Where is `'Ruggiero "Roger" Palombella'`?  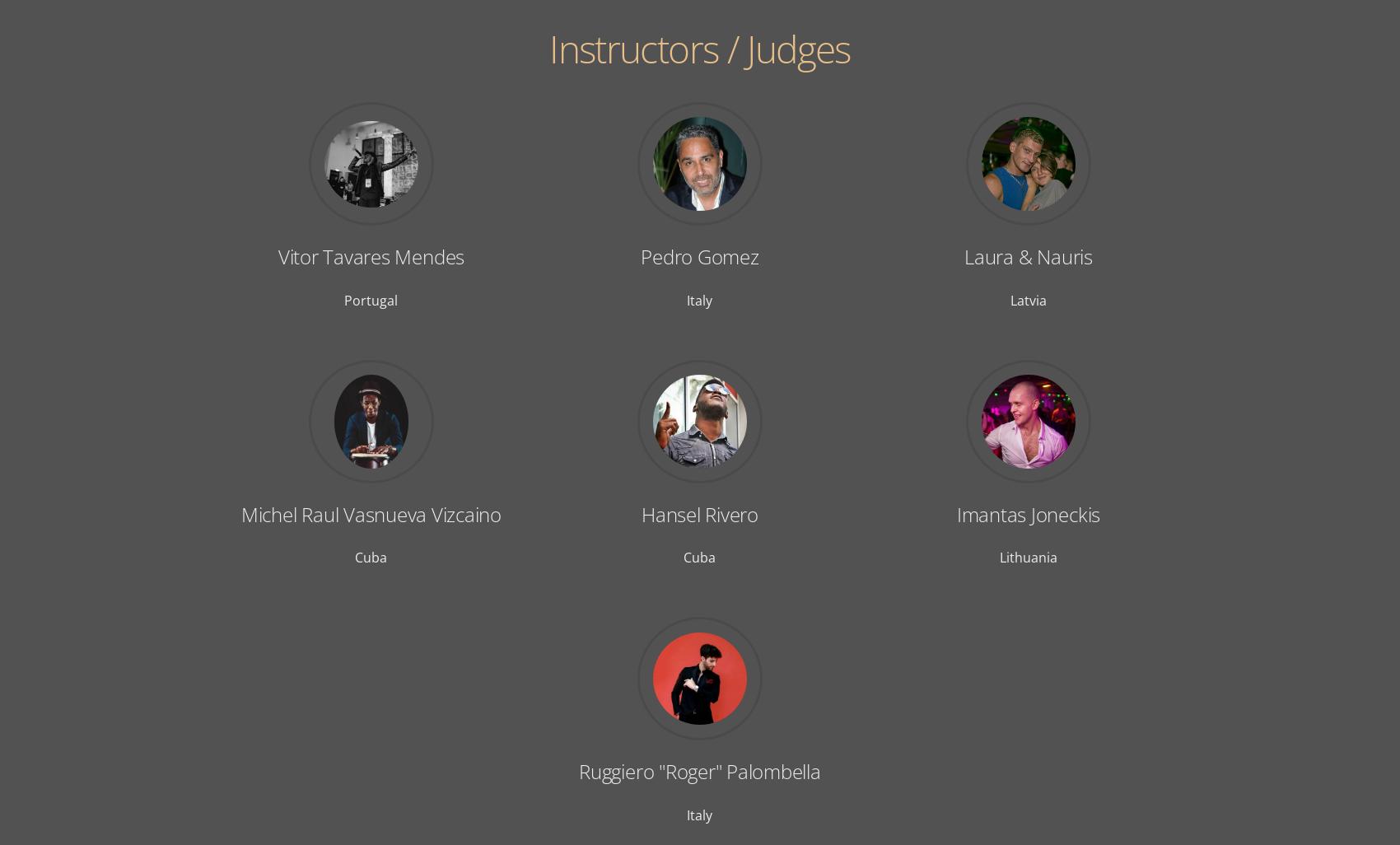
'Ruggiero "Roger" Palombella' is located at coordinates (578, 771).